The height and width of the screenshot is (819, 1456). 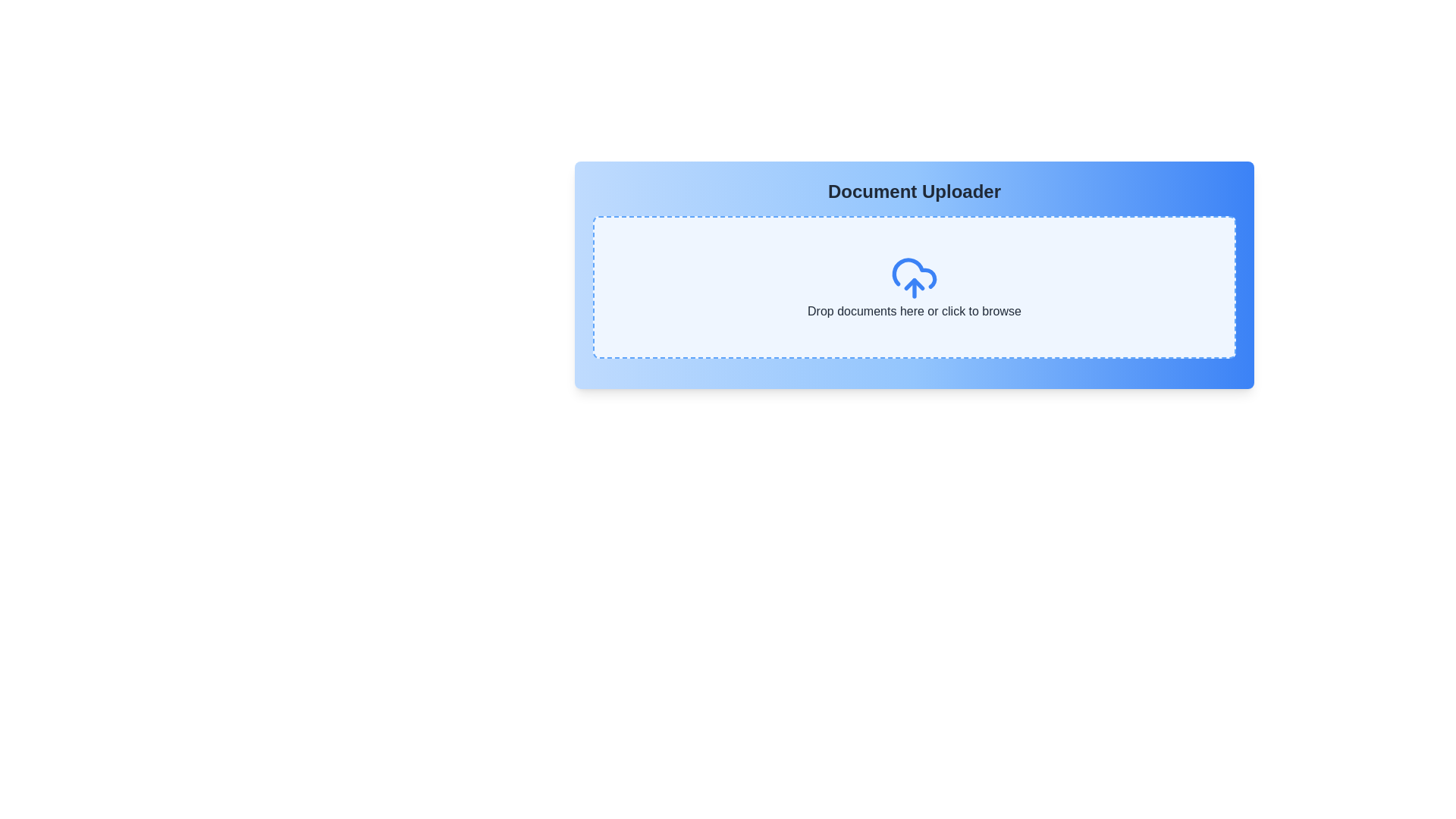 I want to click on the decorative cloud-shaped icon with an upward arrow, which is styled in blue and located above the text 'Drop documents here or click to browse', so click(x=913, y=278).